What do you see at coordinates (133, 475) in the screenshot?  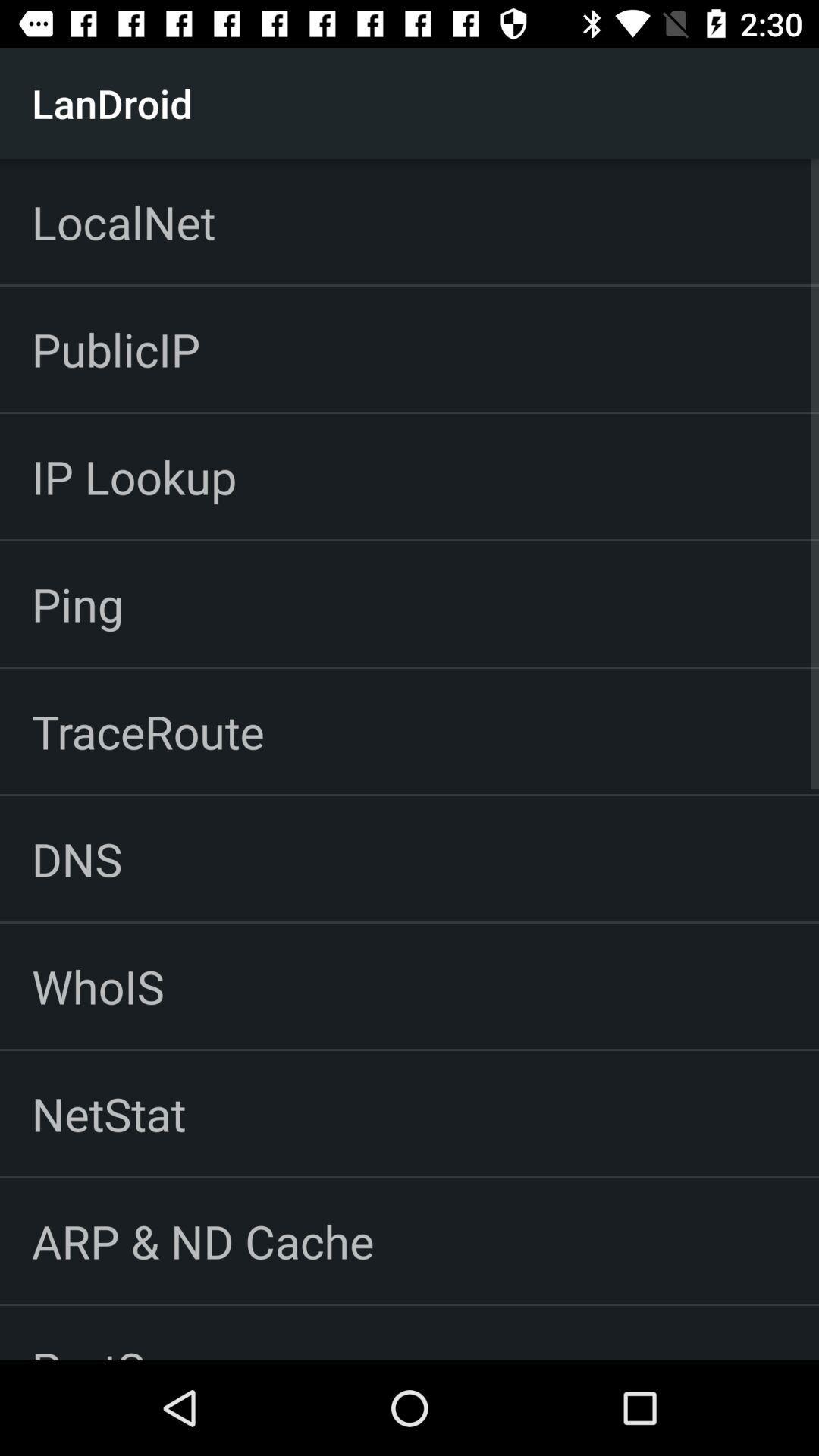 I see `ip lookup item` at bounding box center [133, 475].